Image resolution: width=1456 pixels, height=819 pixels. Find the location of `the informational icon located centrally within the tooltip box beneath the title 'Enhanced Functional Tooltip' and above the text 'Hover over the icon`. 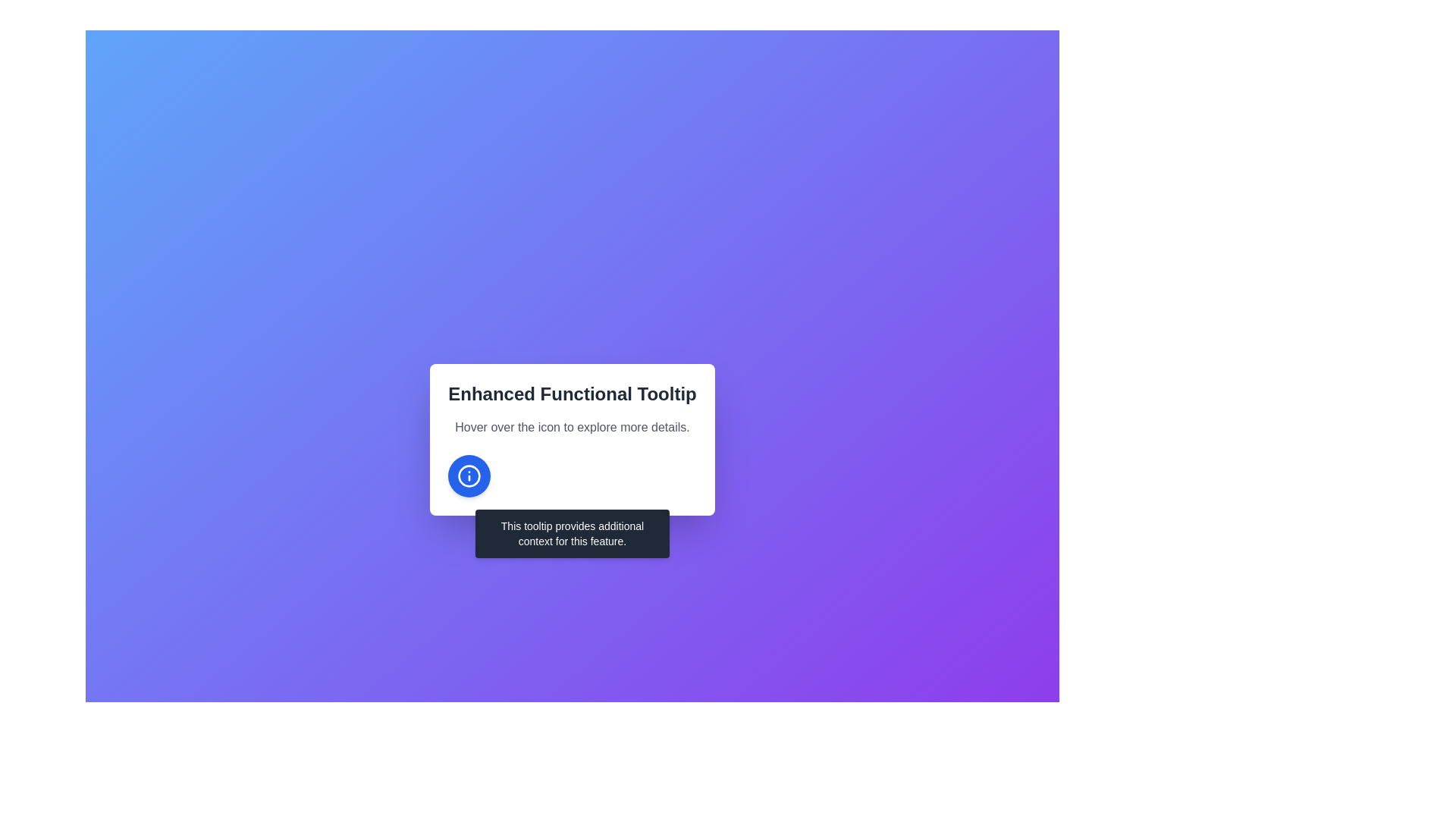

the informational icon located centrally within the tooltip box beneath the title 'Enhanced Functional Tooltip' and above the text 'Hover over the icon is located at coordinates (469, 475).